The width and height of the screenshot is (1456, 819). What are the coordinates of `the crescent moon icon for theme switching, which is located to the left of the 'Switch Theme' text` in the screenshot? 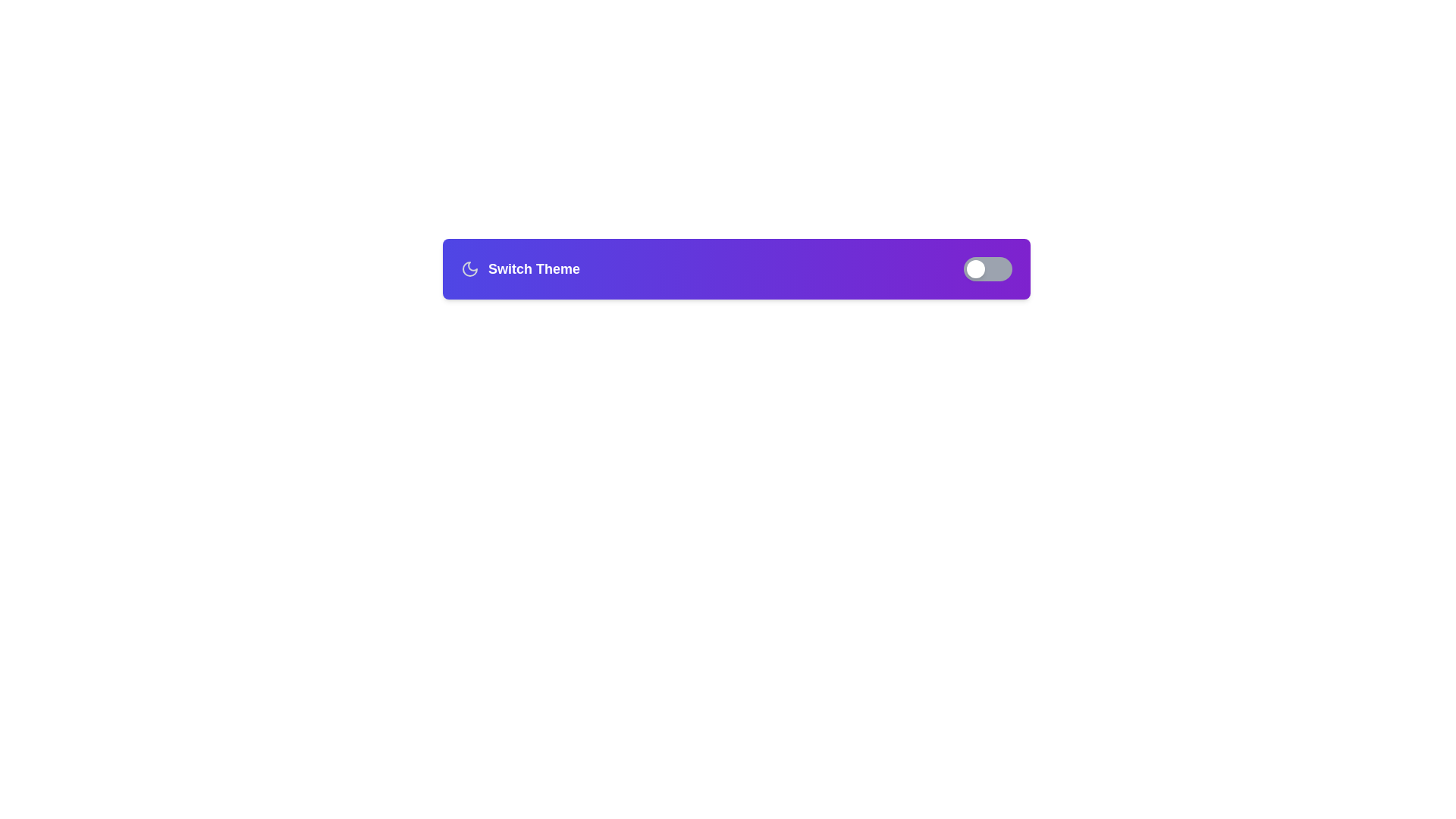 It's located at (469, 268).